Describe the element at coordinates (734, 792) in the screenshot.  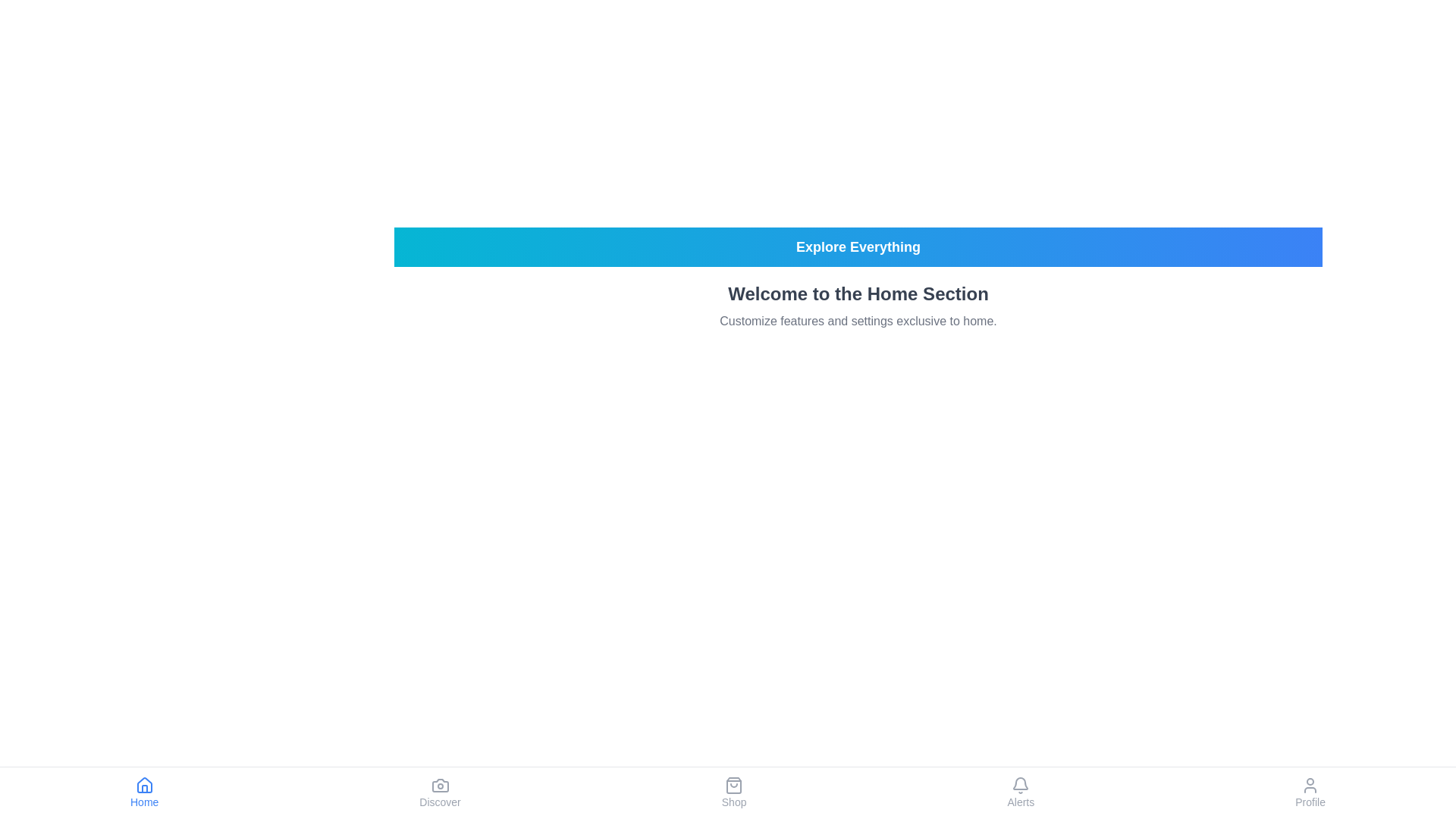
I see `the Shop tab in the bottom navigation bar` at that location.